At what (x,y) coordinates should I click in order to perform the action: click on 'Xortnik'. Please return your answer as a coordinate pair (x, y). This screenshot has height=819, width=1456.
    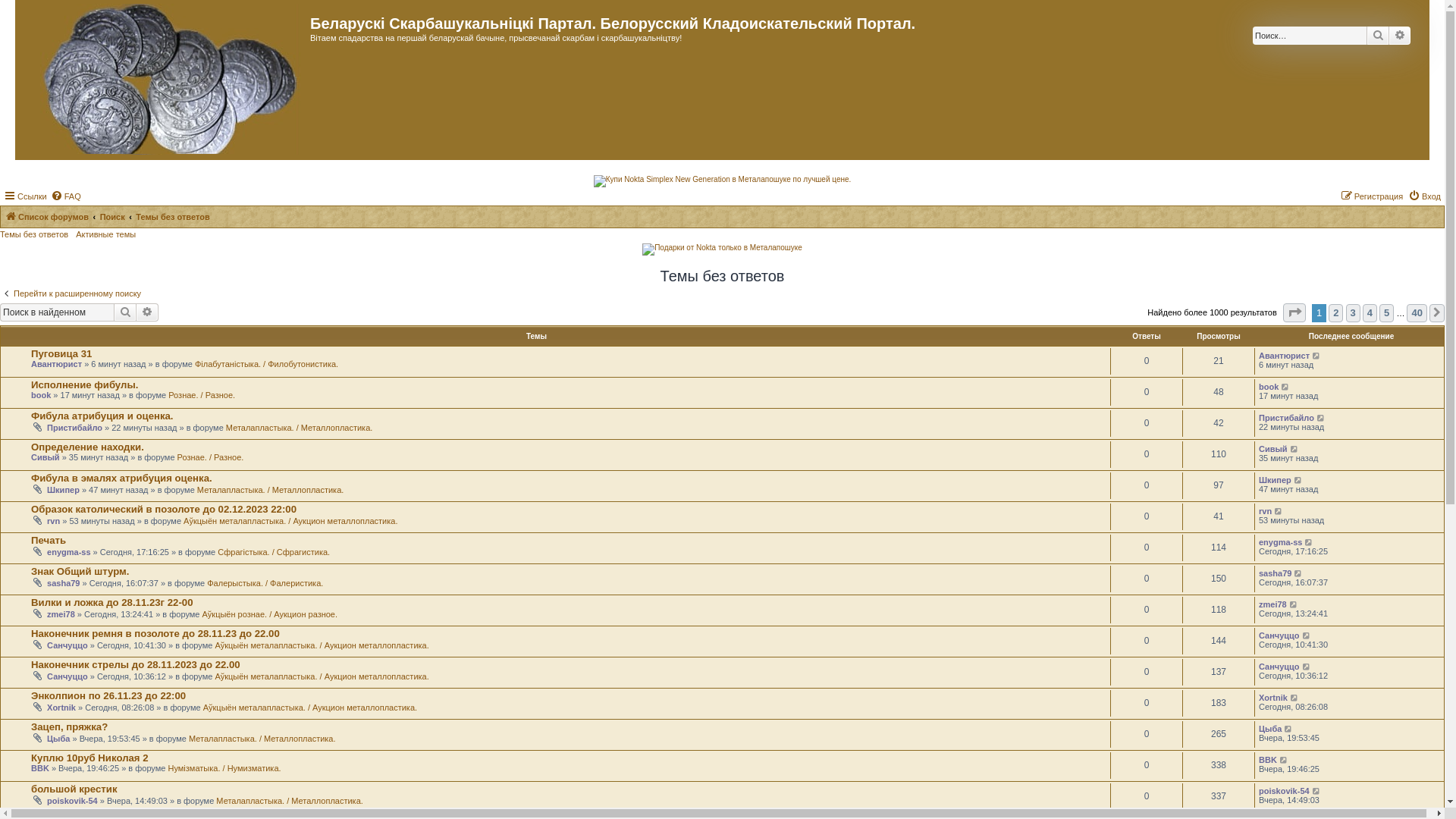
    Looking at the image, I should click on (1273, 698).